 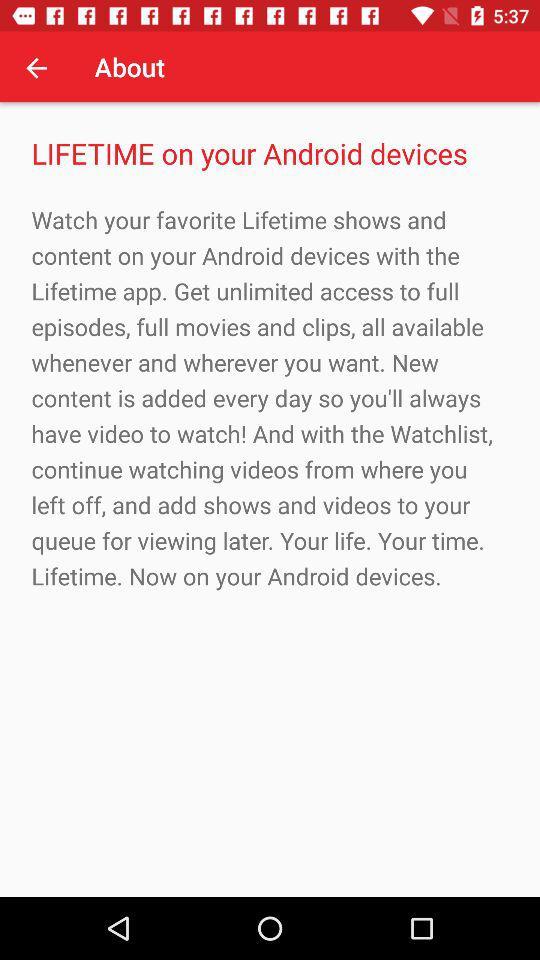 I want to click on item next to the about item, so click(x=36, y=67).